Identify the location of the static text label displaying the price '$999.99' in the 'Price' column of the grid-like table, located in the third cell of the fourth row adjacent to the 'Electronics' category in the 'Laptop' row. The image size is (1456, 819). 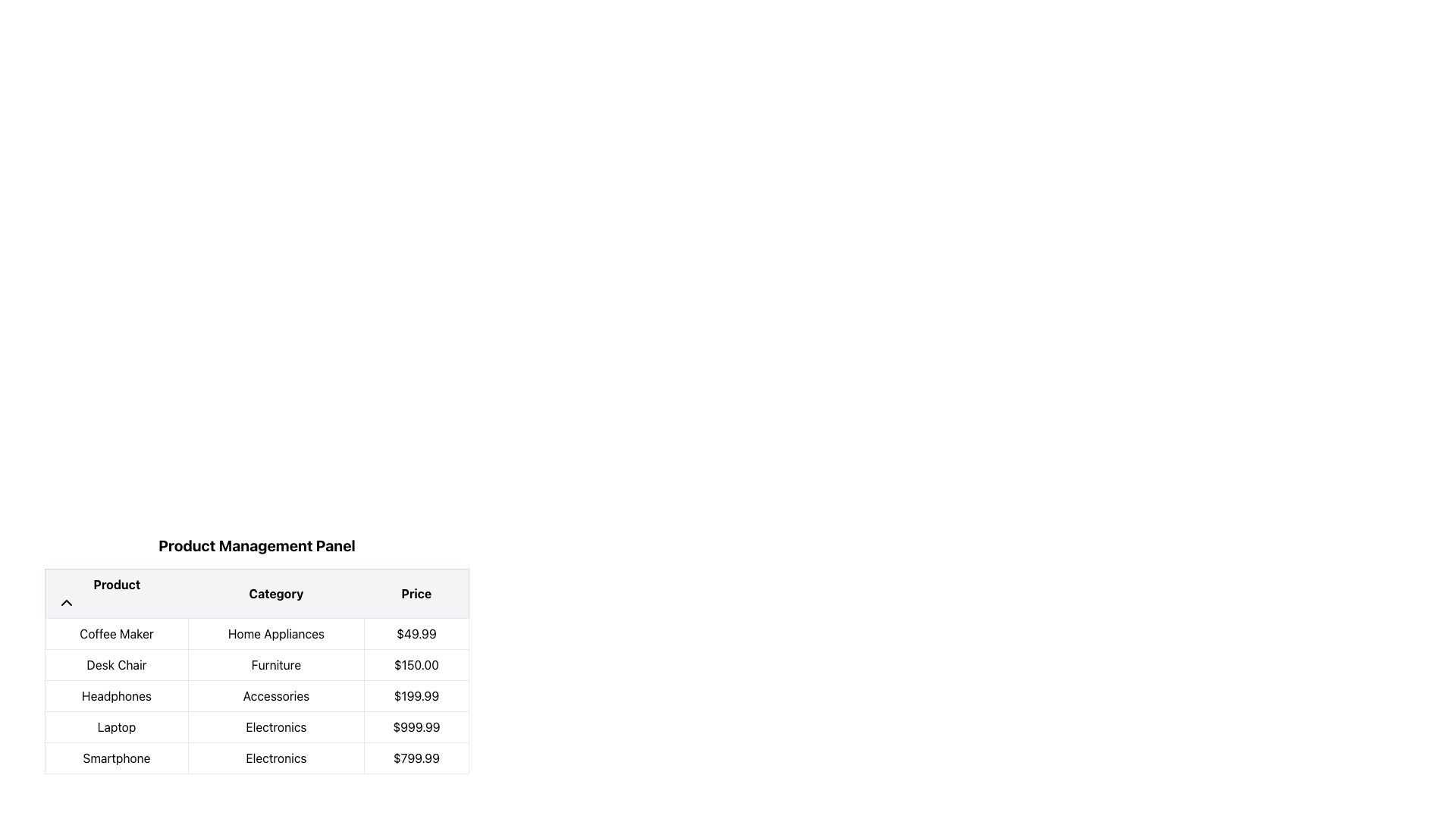
(416, 726).